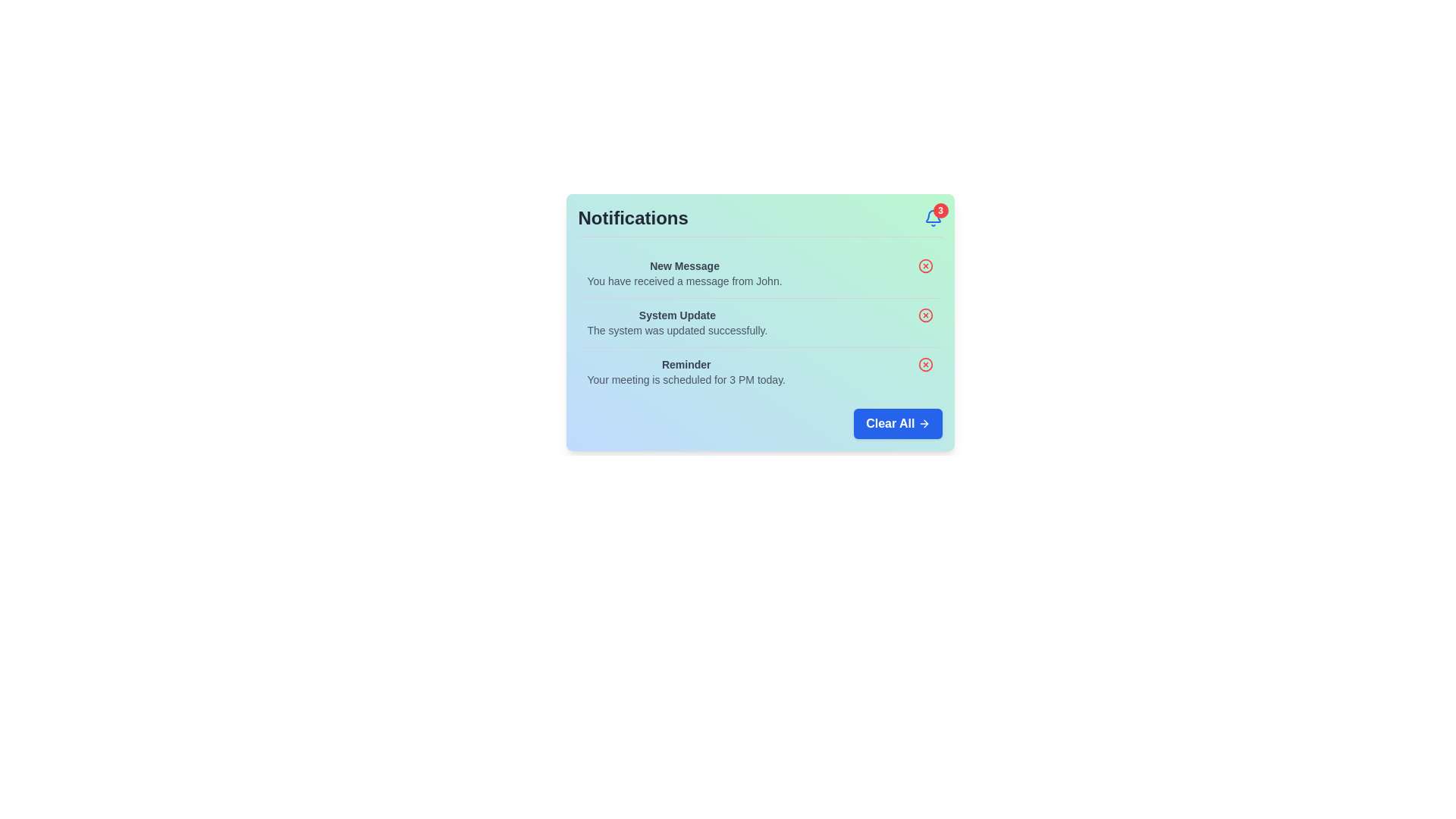 The image size is (1456, 819). What do you see at coordinates (683, 265) in the screenshot?
I see `the text label displaying 'New Message', which is styled with a bold font and a dark gray color, positioned at the top left of a notification entry` at bounding box center [683, 265].